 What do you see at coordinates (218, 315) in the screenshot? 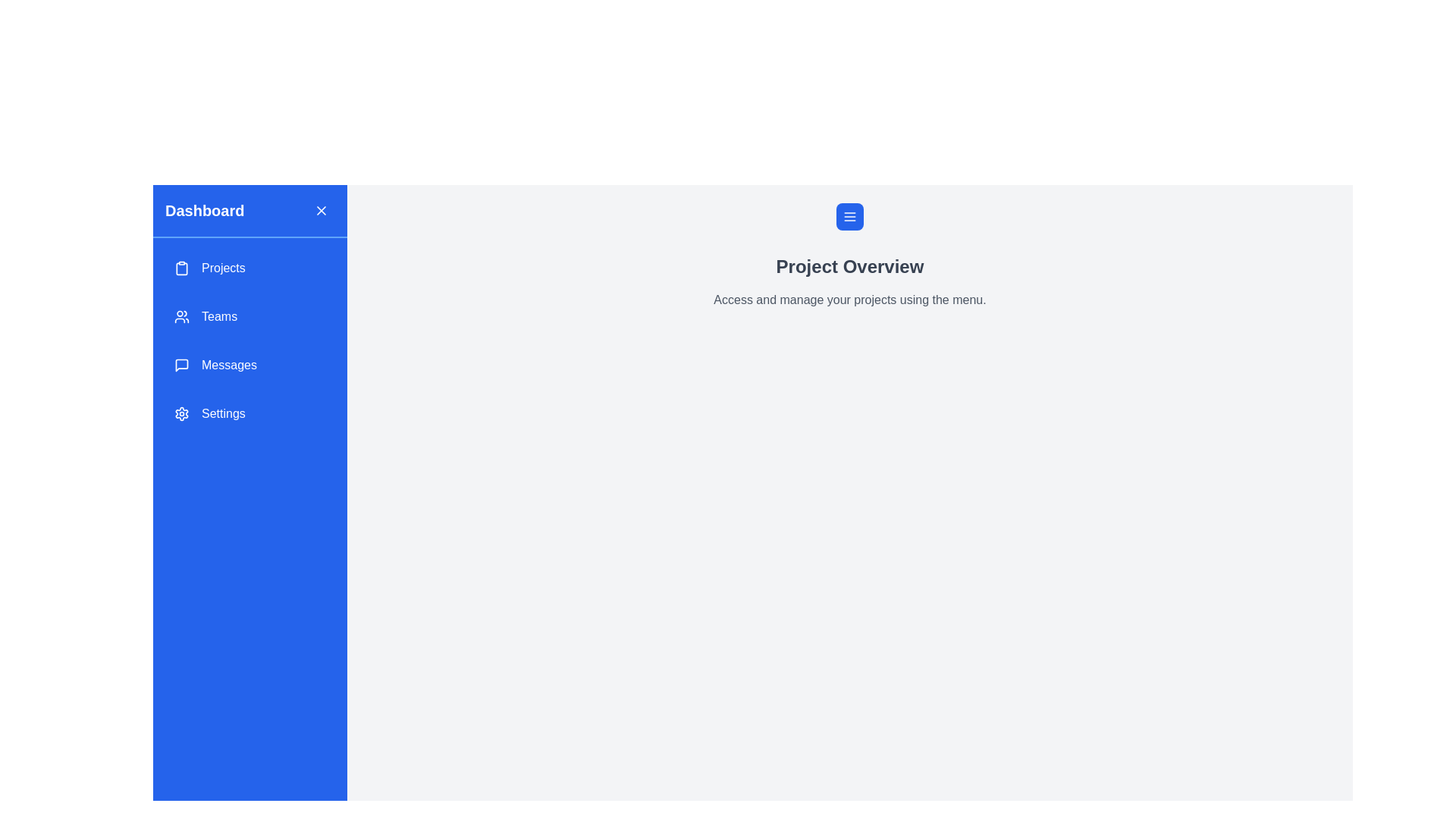
I see `the 'Teams' text label in the sidebar menu` at bounding box center [218, 315].